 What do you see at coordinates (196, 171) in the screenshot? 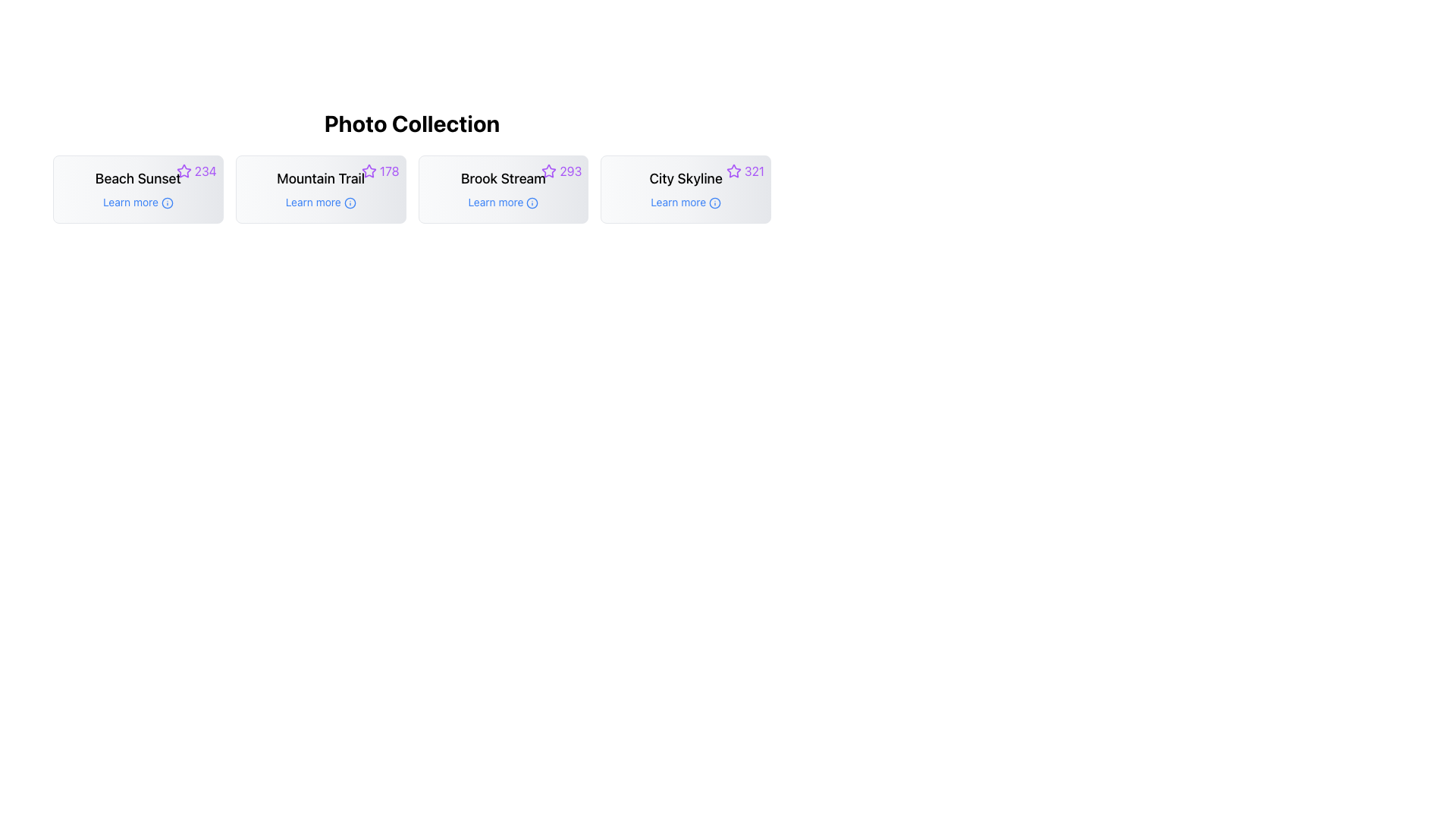
I see `the purple star icon with the adjacent number '234' located at the top-right corner of the 'Beach Sunset' card` at bounding box center [196, 171].